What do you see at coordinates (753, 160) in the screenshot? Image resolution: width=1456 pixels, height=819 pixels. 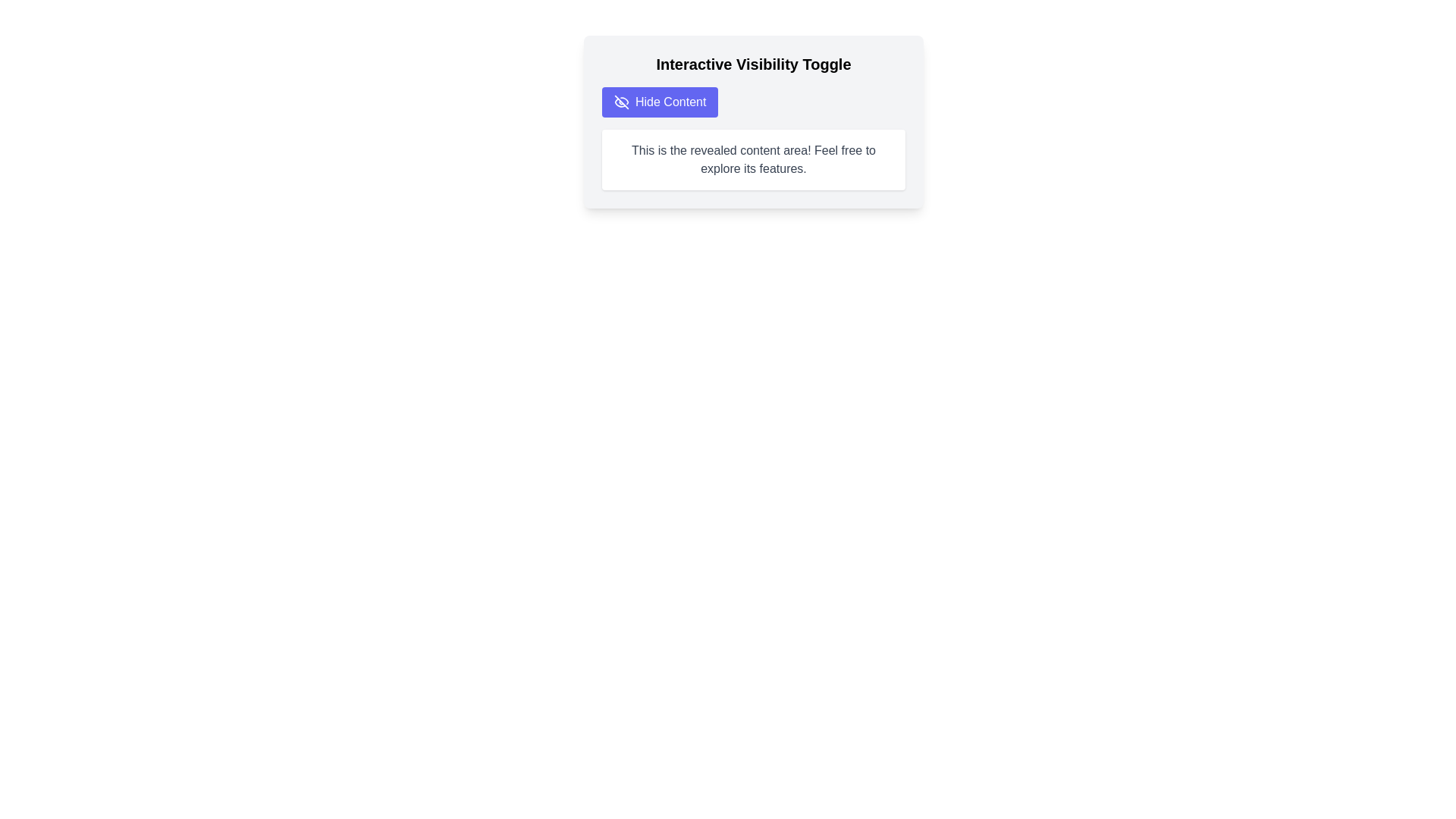 I see `the text display element that contains the content 'This is the revealed content area! Feel free` at bounding box center [753, 160].